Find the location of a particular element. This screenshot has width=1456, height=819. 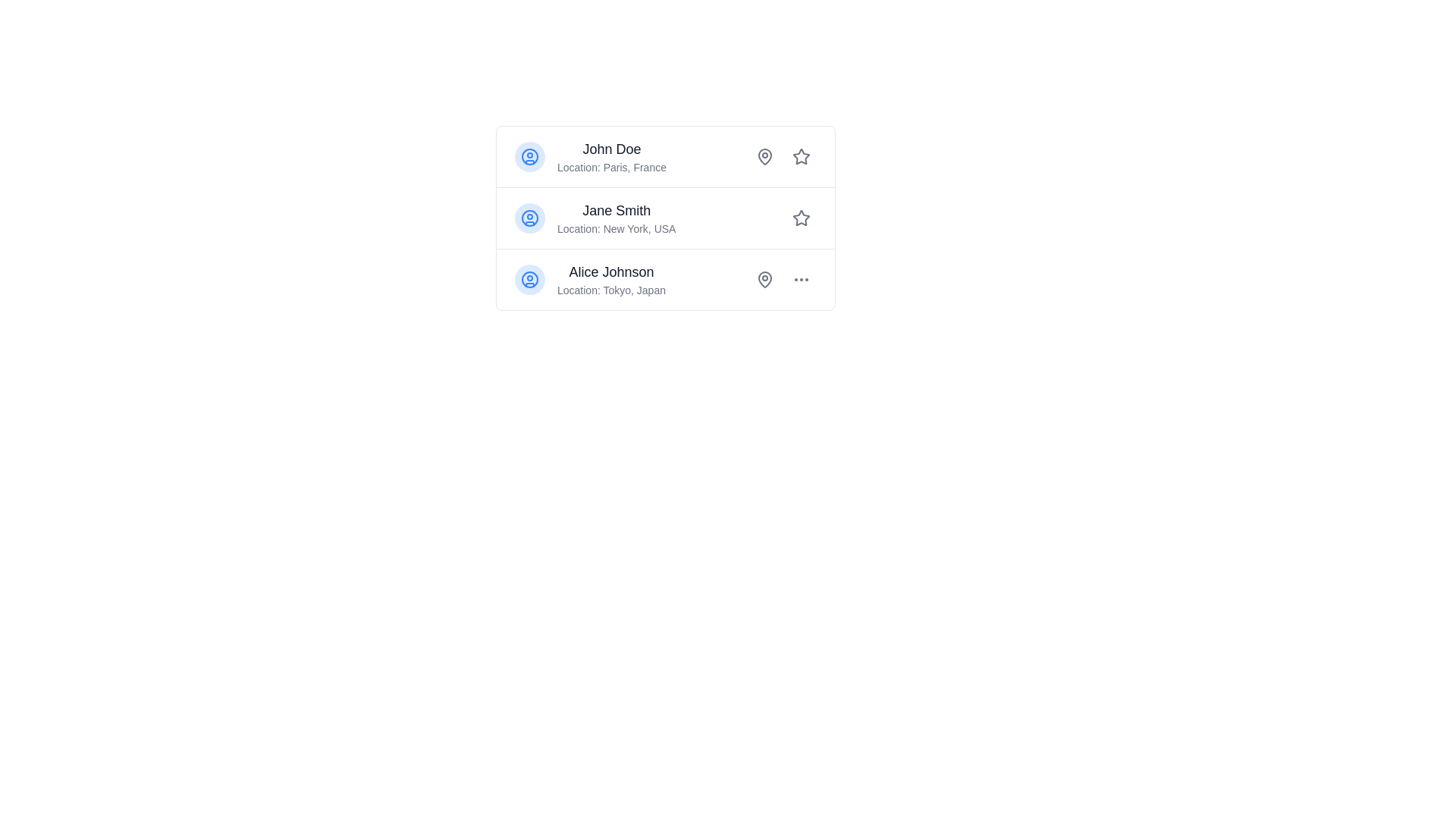

the profile icon representing 'Alice Johnson' located to the left of the text 'Alice Johnson' in the vertical list is located at coordinates (530, 280).